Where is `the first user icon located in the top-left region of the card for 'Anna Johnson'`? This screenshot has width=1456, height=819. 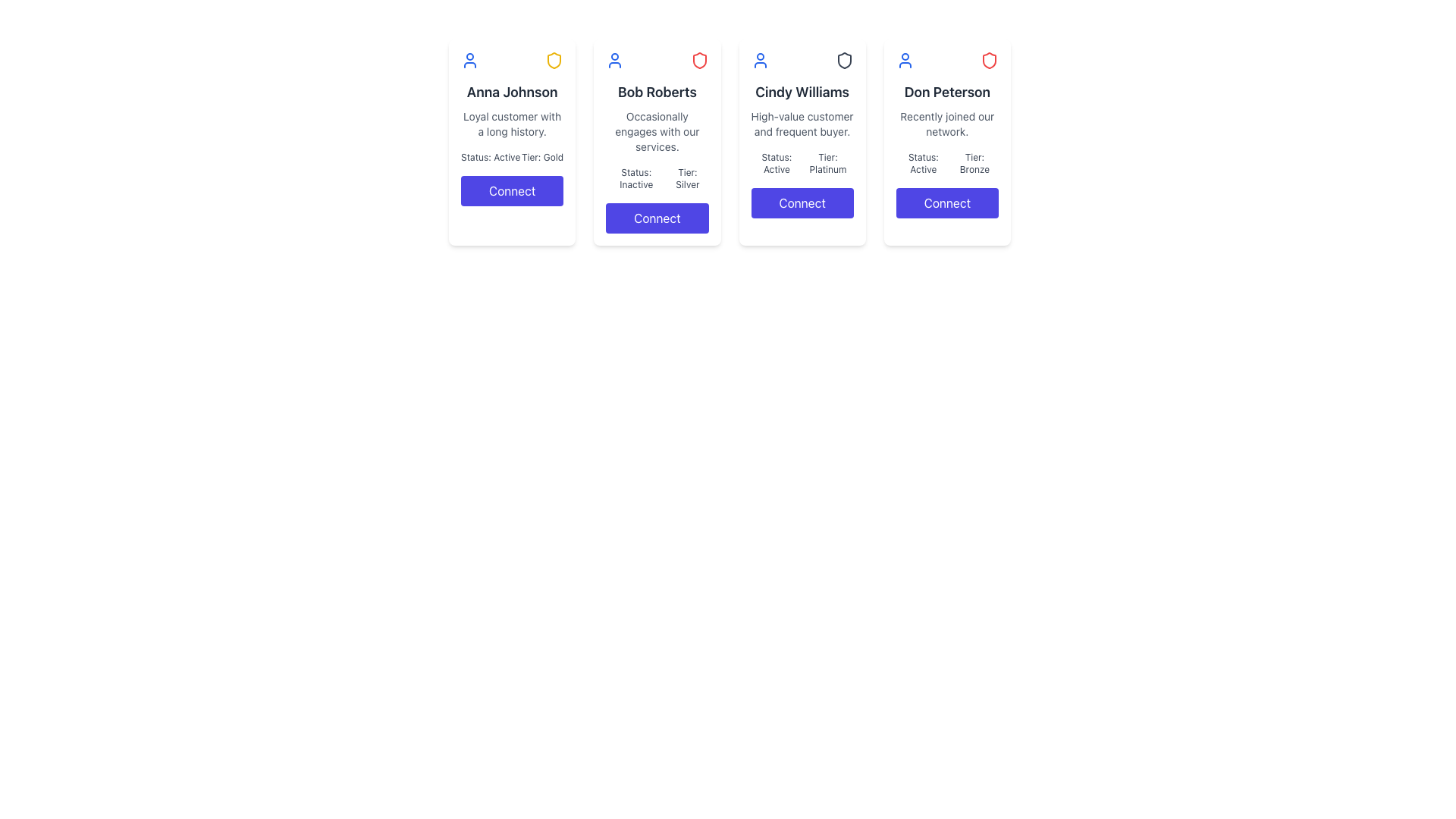 the first user icon located in the top-left region of the card for 'Anna Johnson' is located at coordinates (469, 60).